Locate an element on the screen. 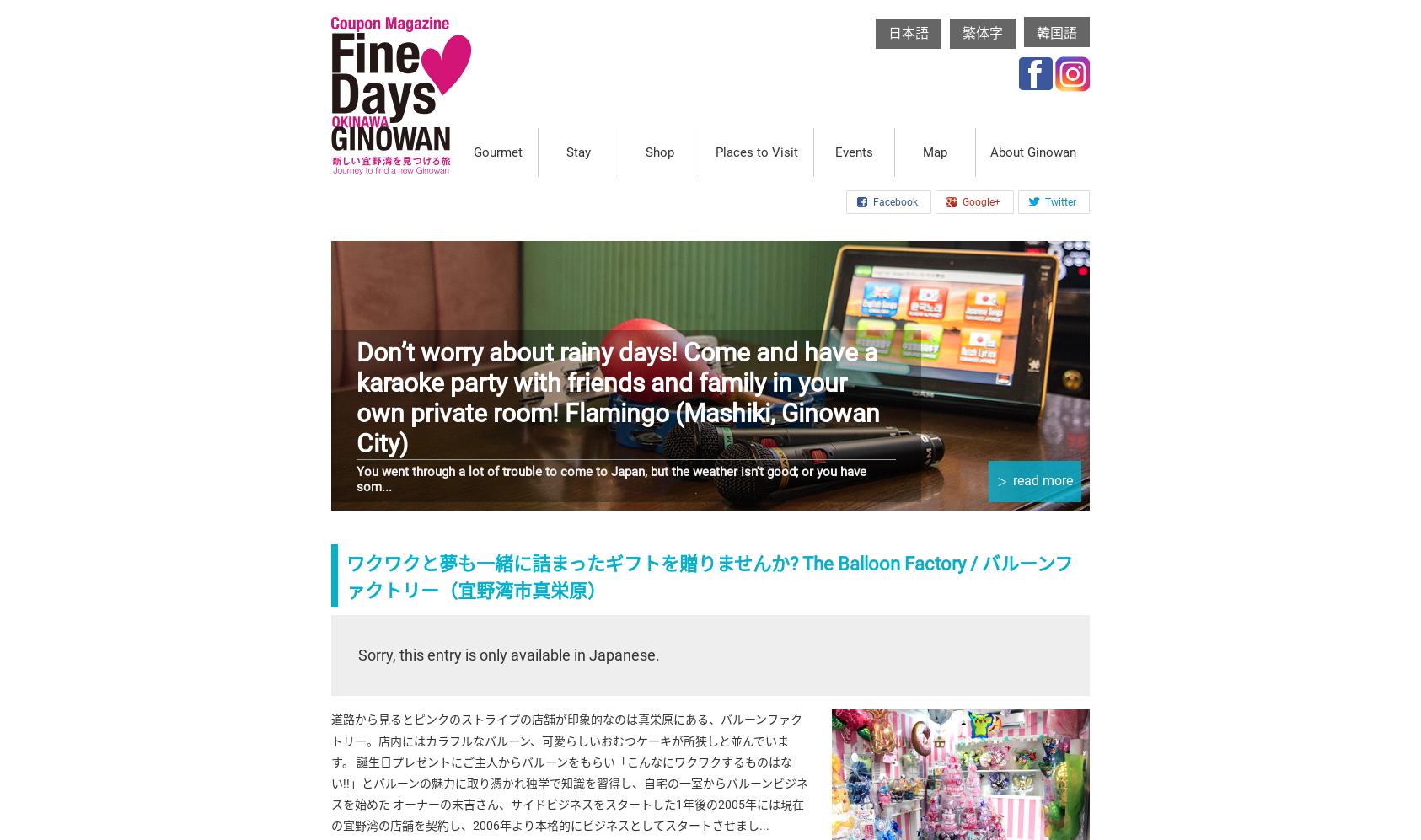 This screenshot has width=1421, height=840. 'Google+' is located at coordinates (980, 201).